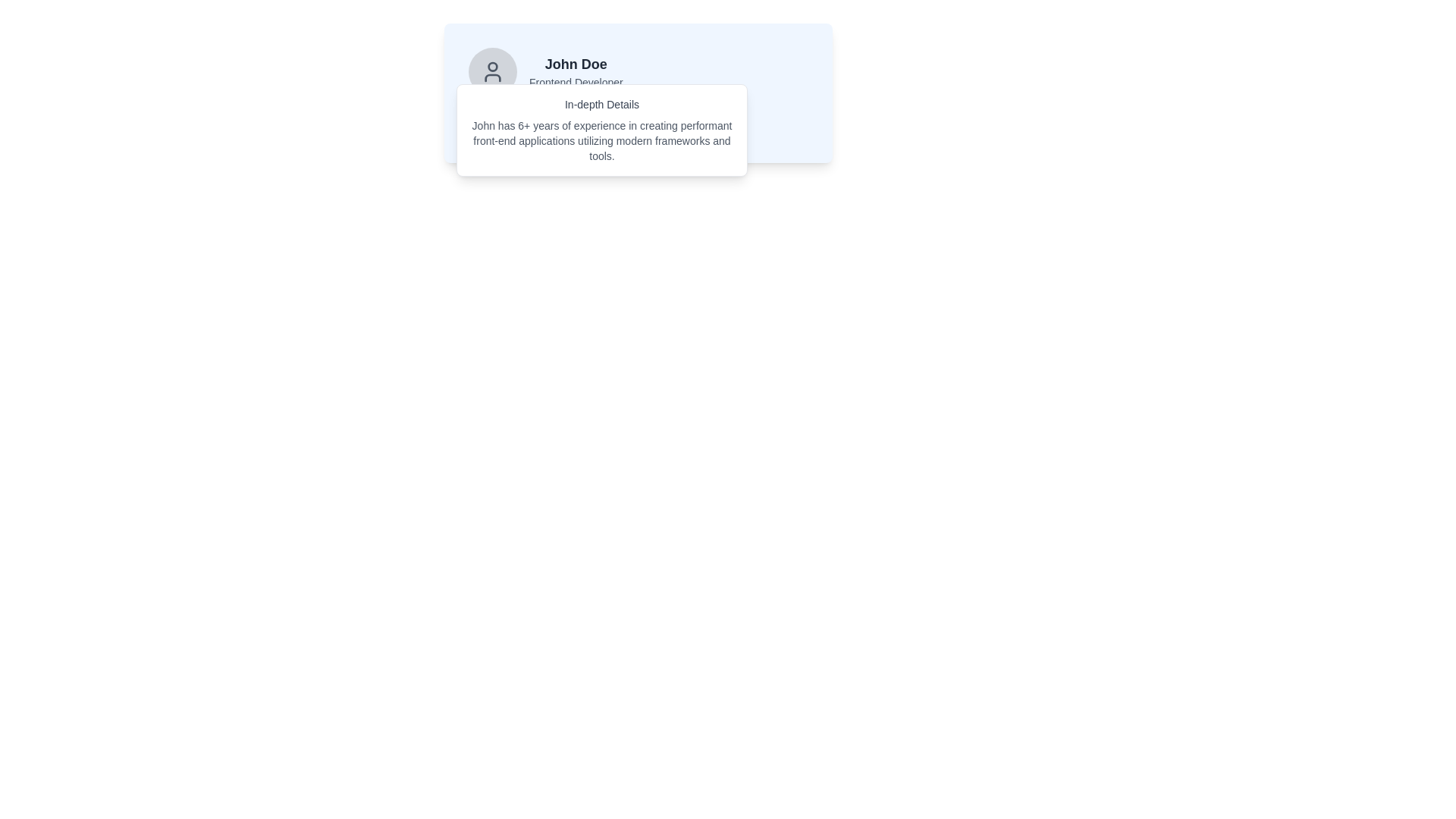  What do you see at coordinates (492, 66) in the screenshot?
I see `the circular SVG element representing the user's head, located at the top center of the user icon` at bounding box center [492, 66].